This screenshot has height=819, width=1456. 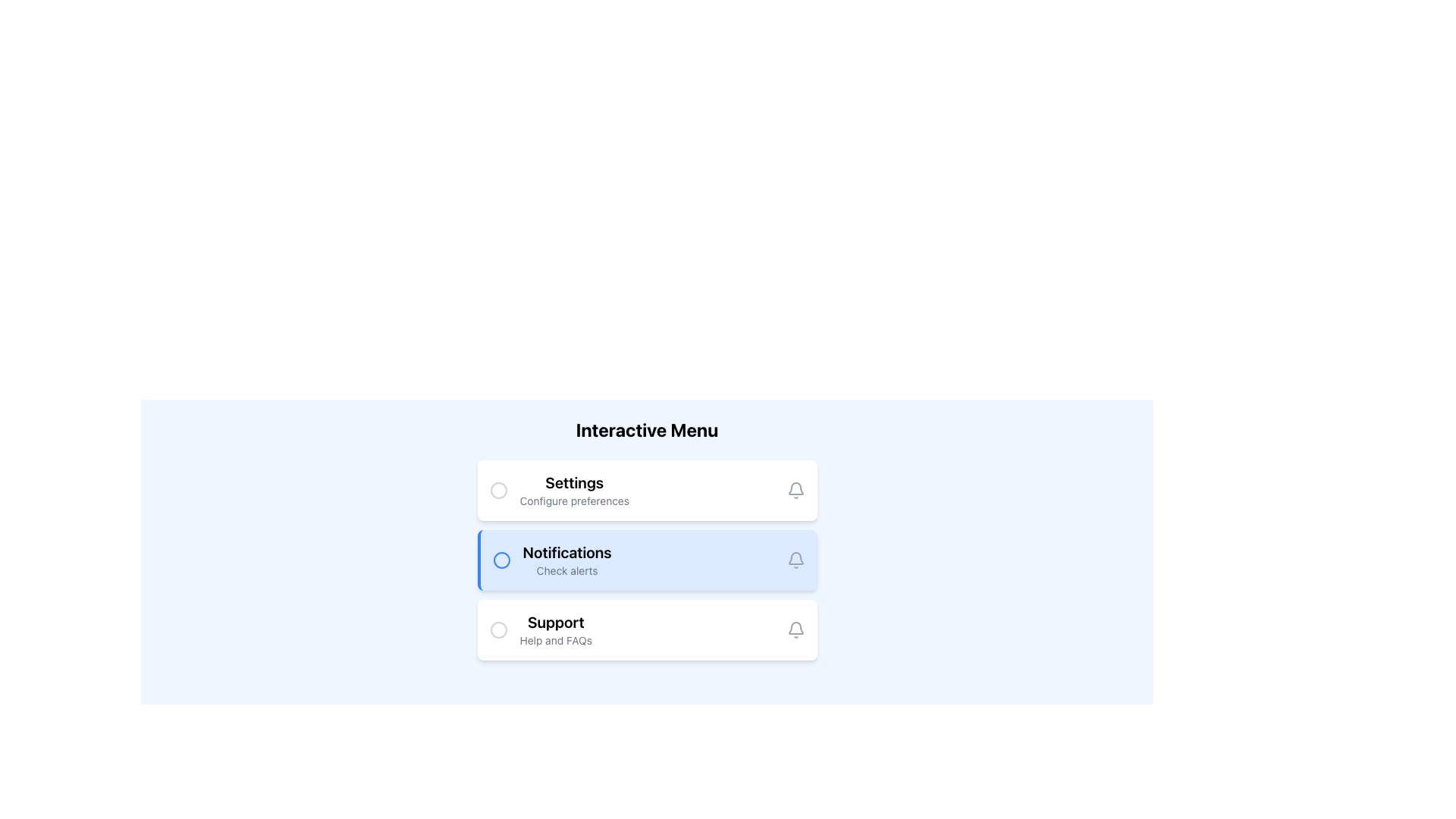 I want to click on the status of the circular icon positioned immediately to the left of the 'Settings' label in the horizontal layout, so click(x=498, y=491).